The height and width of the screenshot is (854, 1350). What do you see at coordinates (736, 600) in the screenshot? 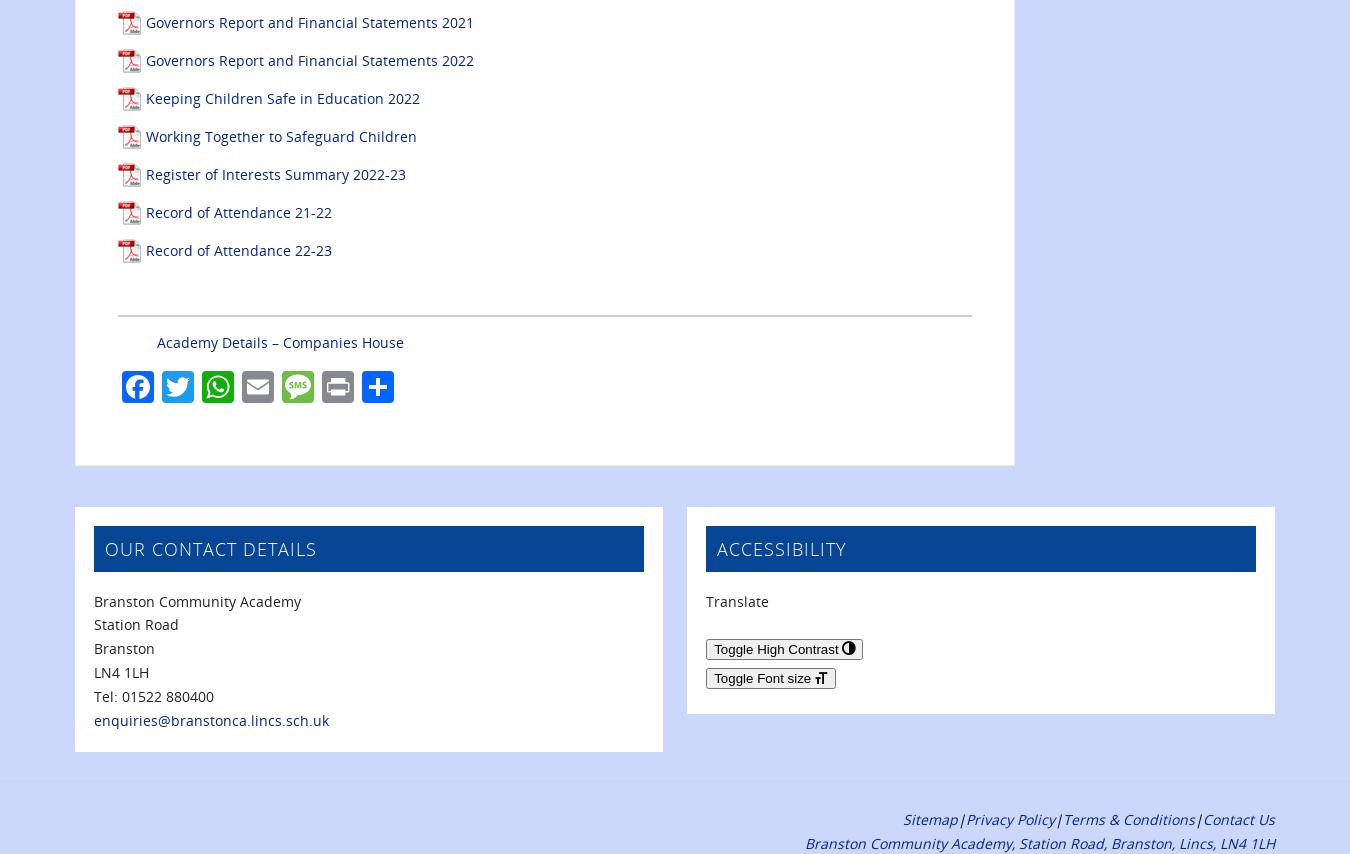
I see `'Translate'` at bounding box center [736, 600].